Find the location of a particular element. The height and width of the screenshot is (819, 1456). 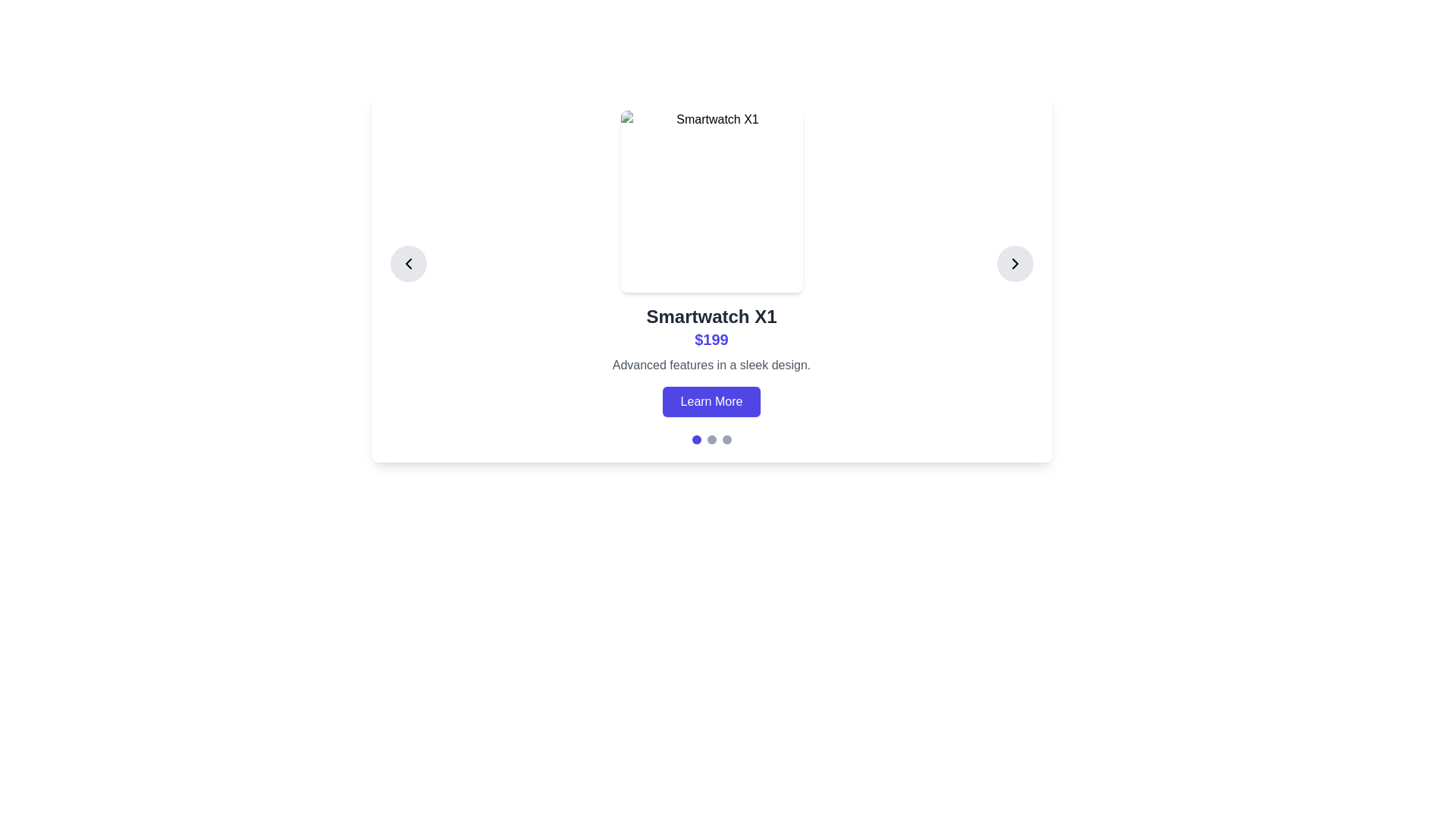

the 'Learn More' button, which is a rectangular button with white text on a deep indigo background, located below the product title 'Smartwatch X1' is located at coordinates (711, 400).